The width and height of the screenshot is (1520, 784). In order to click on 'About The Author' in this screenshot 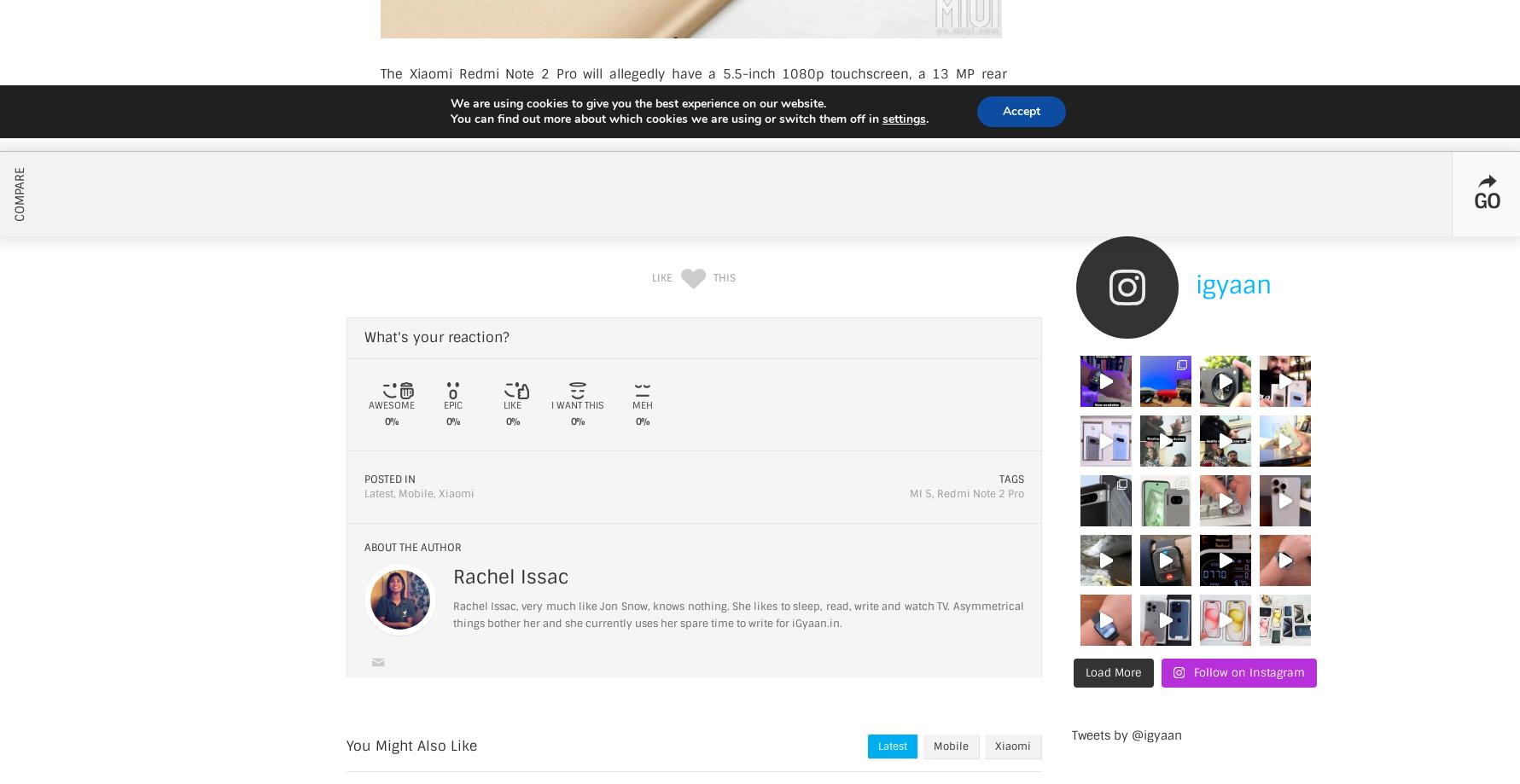, I will do `click(411, 548)`.